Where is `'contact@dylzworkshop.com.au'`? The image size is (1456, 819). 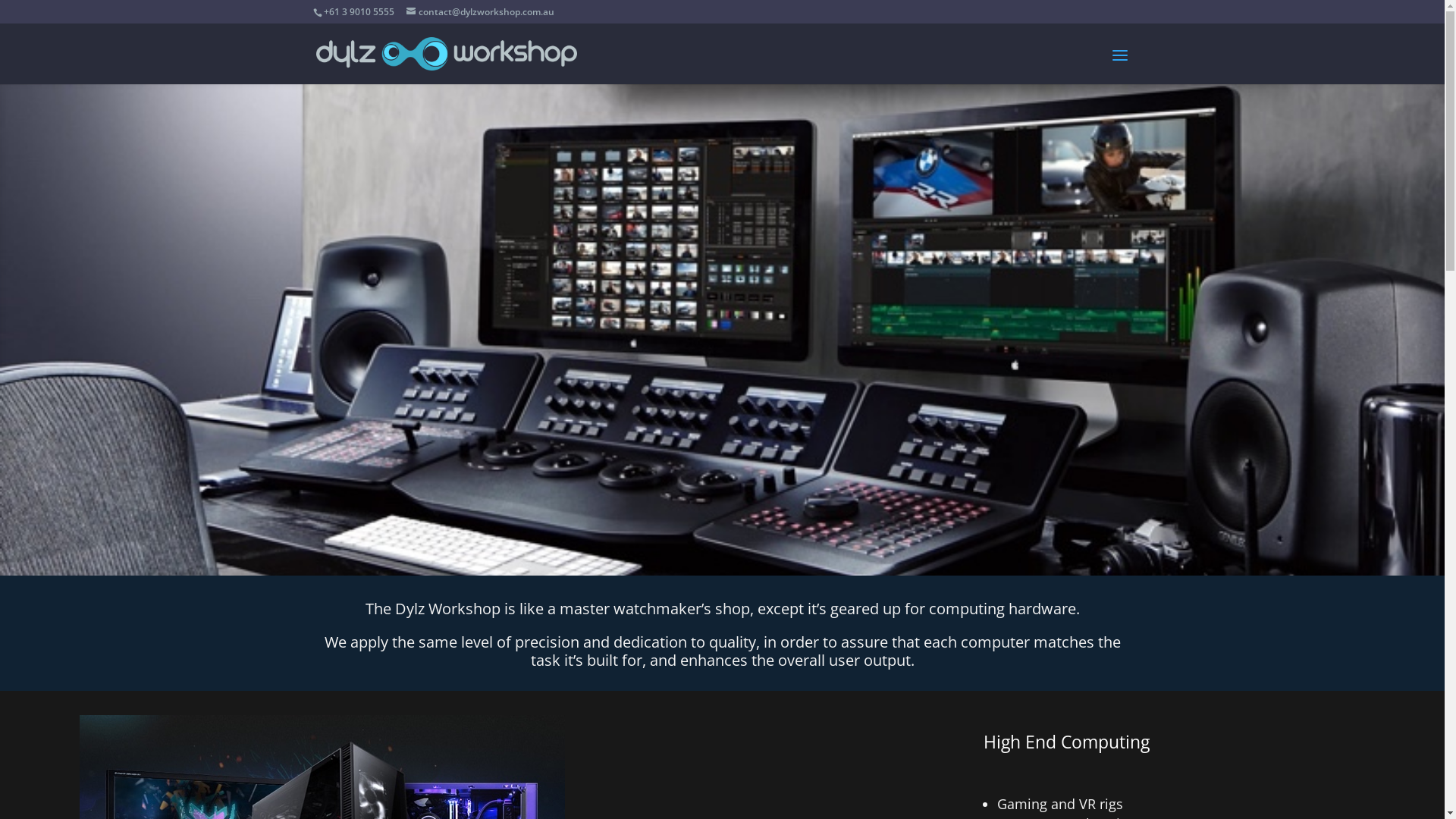 'contact@dylzworkshop.com.au' is located at coordinates (479, 11).